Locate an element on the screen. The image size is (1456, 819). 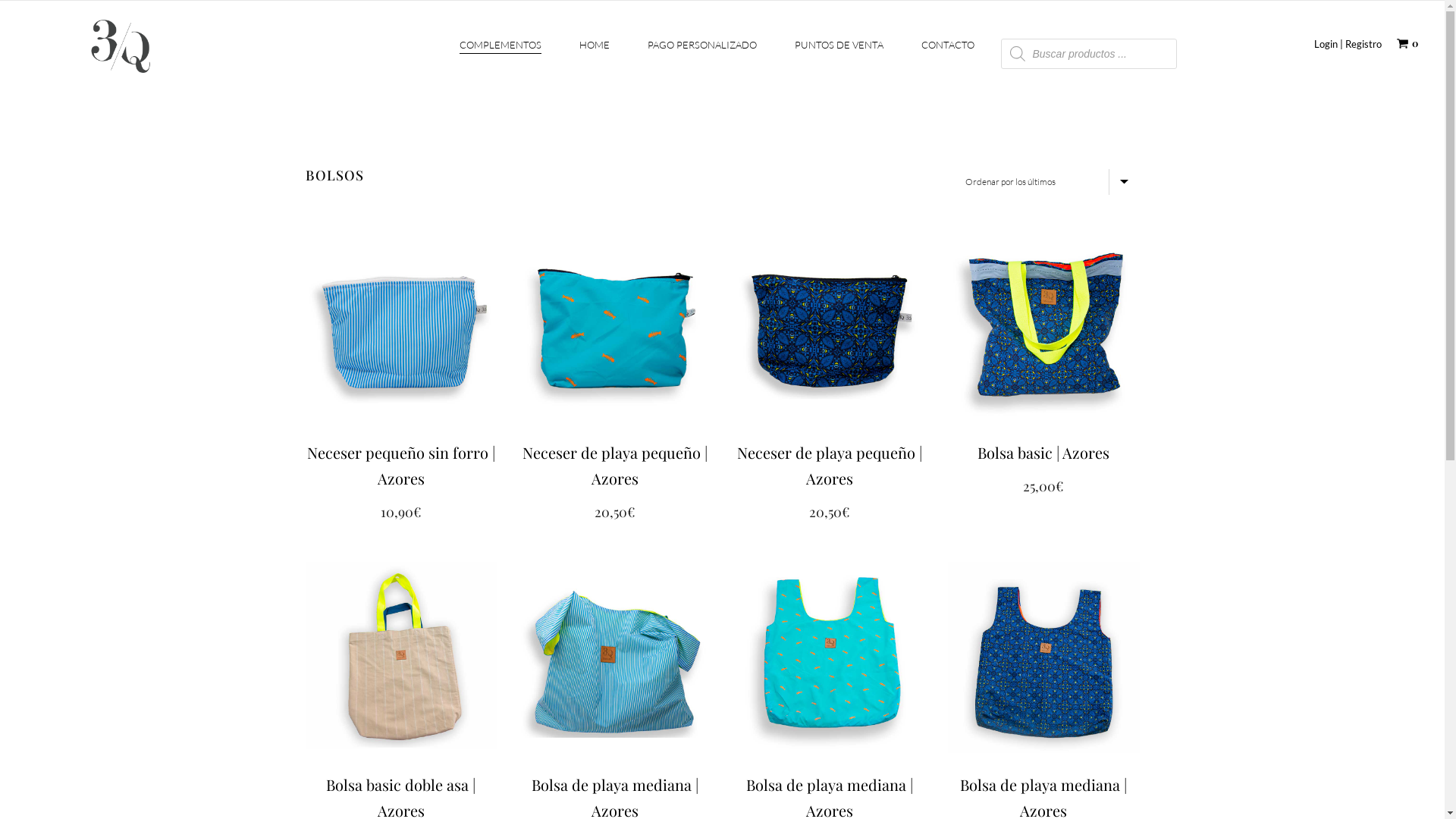
'Login | Registro' is located at coordinates (1348, 42).